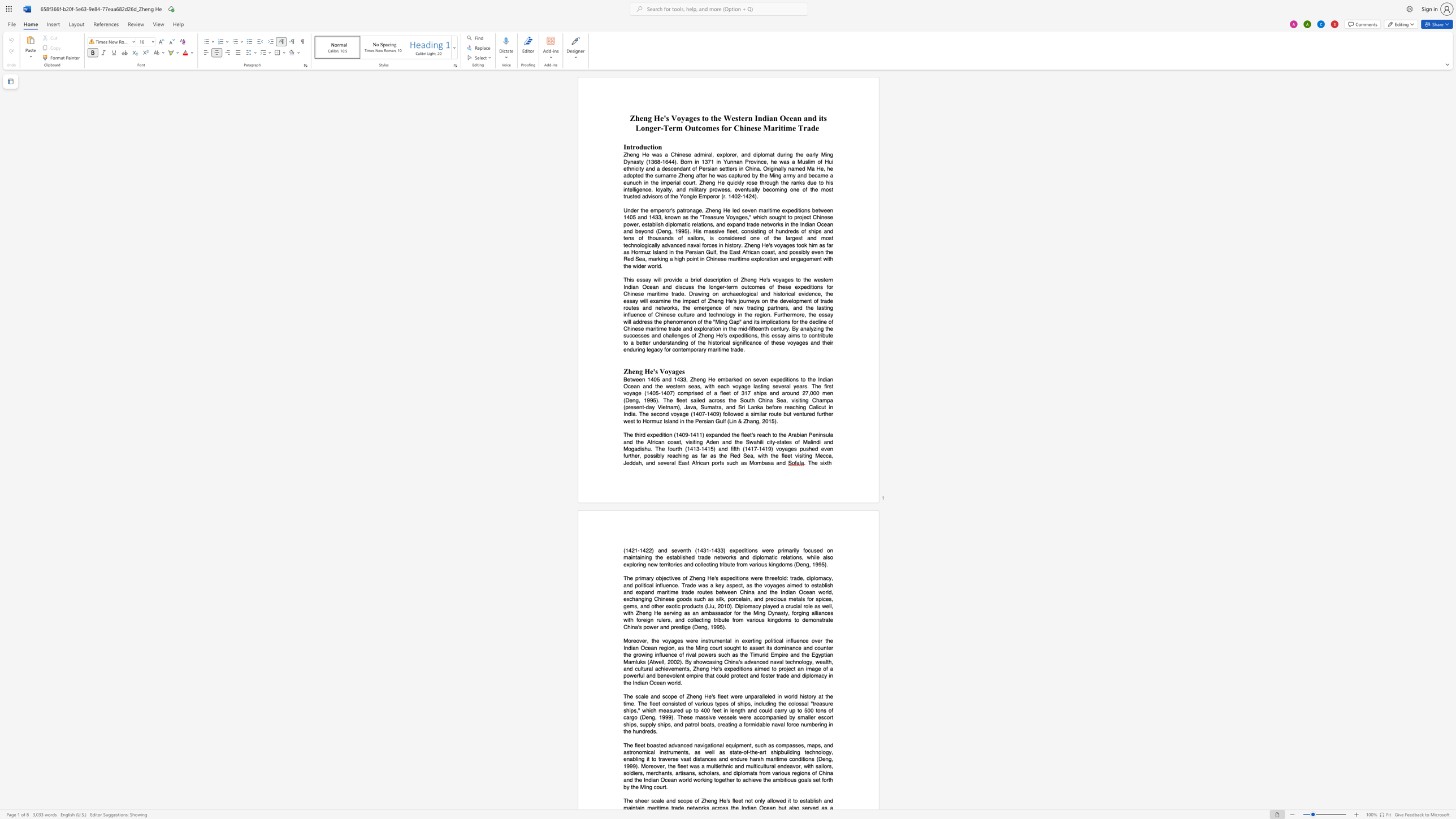 Image resolution: width=1456 pixels, height=819 pixels. I want to click on the subset text "Voyages" within the text "Zheng He", so click(658, 371).